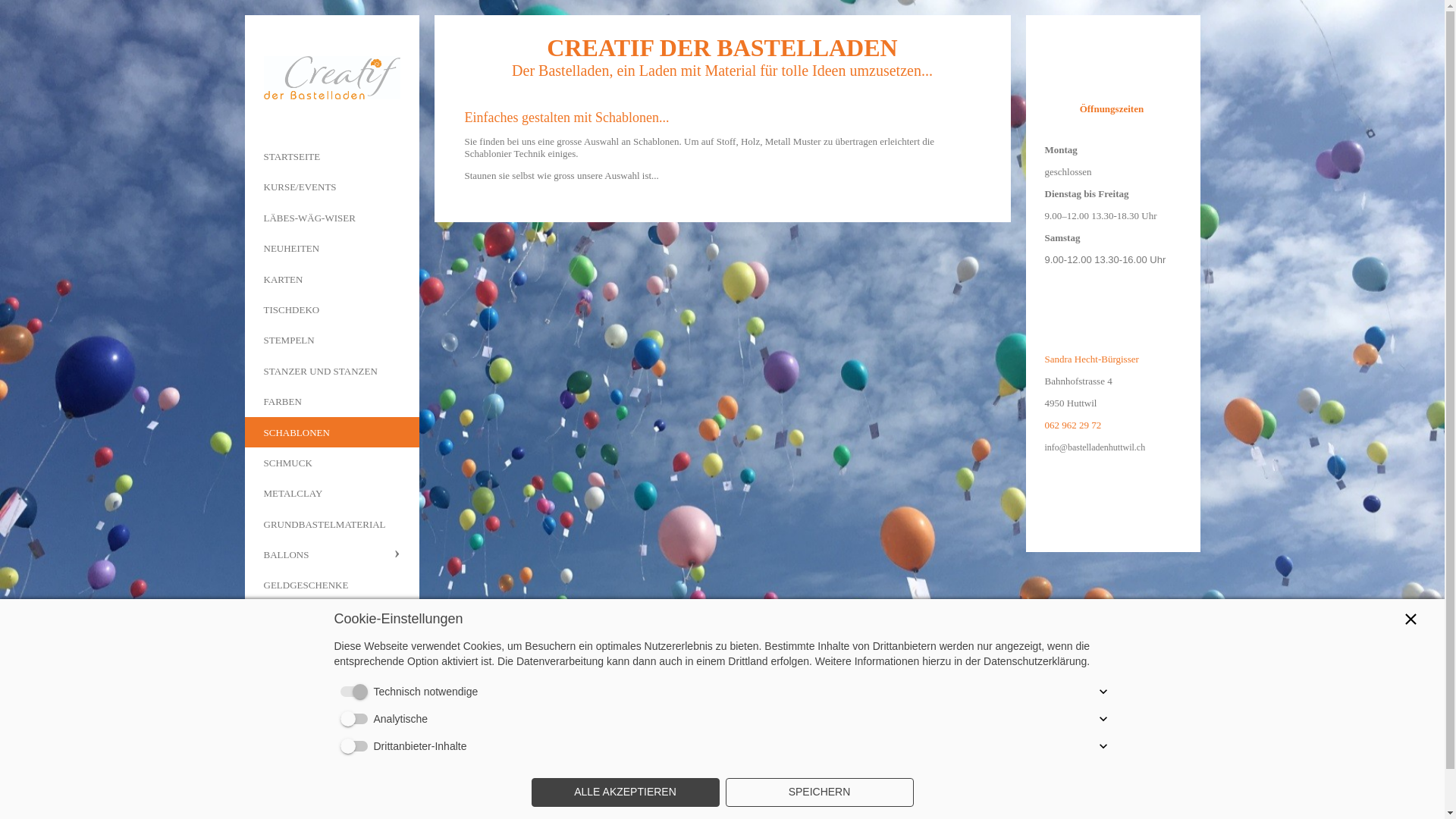 This screenshot has width=1456, height=819. Describe the element at coordinates (330, 338) in the screenshot. I see `'STEMPELN'` at that location.